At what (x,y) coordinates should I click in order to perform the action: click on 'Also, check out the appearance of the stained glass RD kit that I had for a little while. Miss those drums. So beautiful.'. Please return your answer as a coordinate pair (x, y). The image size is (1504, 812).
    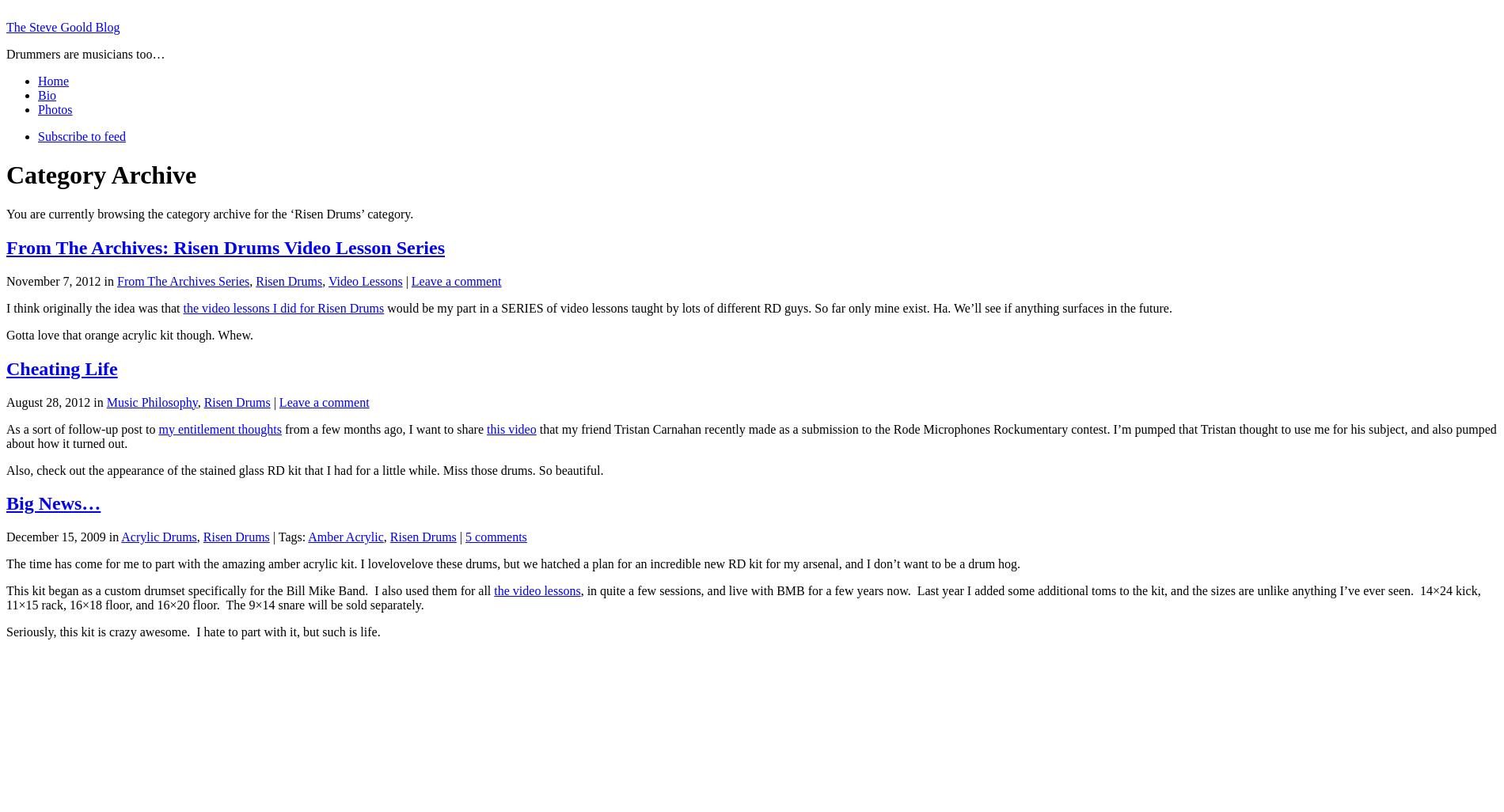
    Looking at the image, I should click on (303, 469).